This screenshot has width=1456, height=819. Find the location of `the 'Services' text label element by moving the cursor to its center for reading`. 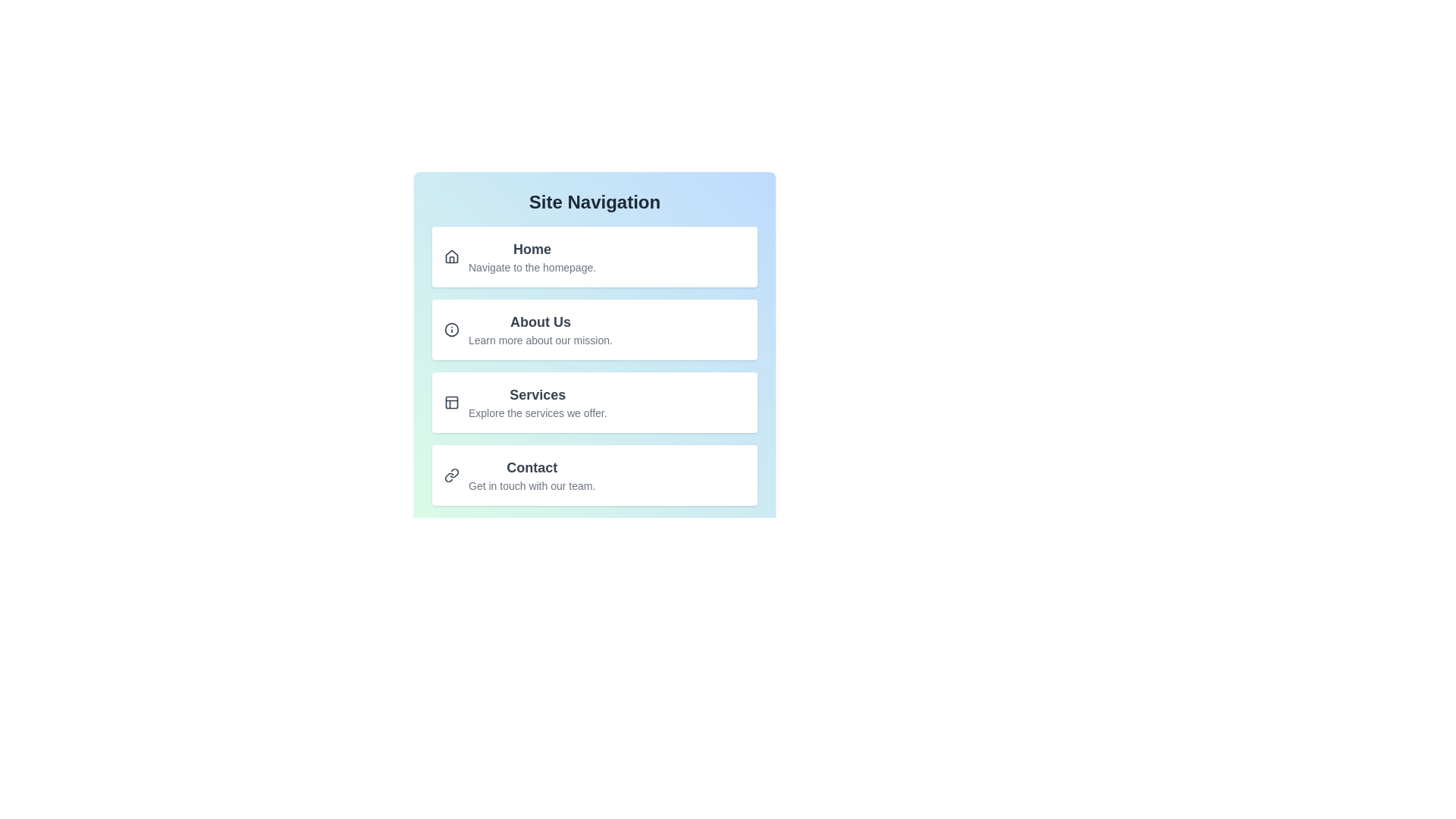

the 'Services' text label element by moving the cursor to its center for reading is located at coordinates (538, 394).